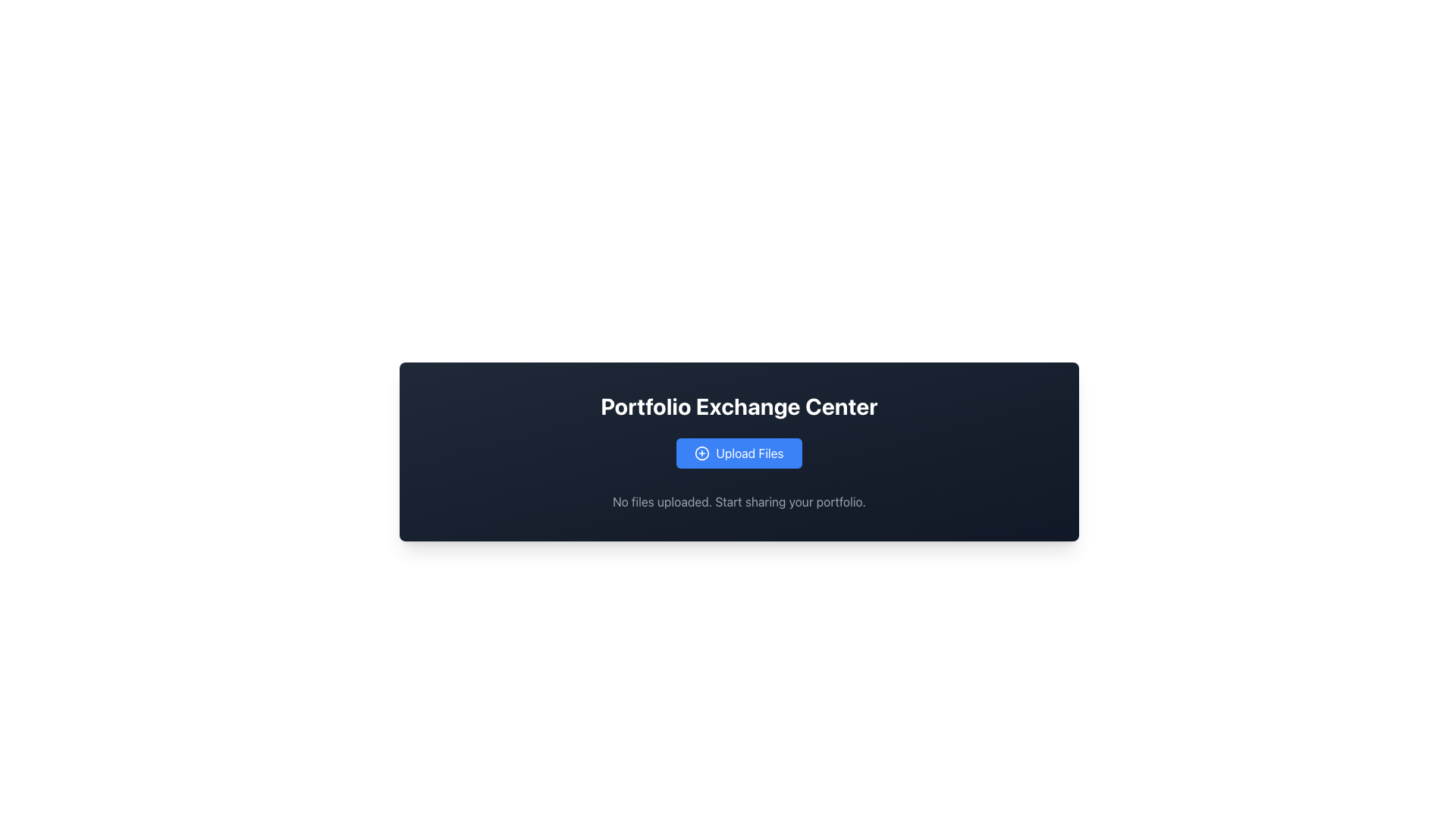 Image resolution: width=1456 pixels, height=819 pixels. Describe the element at coordinates (701, 452) in the screenshot. I see `the decorative SVG circle component that is part of the 'plus' symbol icon near the 'Upload Files' button` at that location.